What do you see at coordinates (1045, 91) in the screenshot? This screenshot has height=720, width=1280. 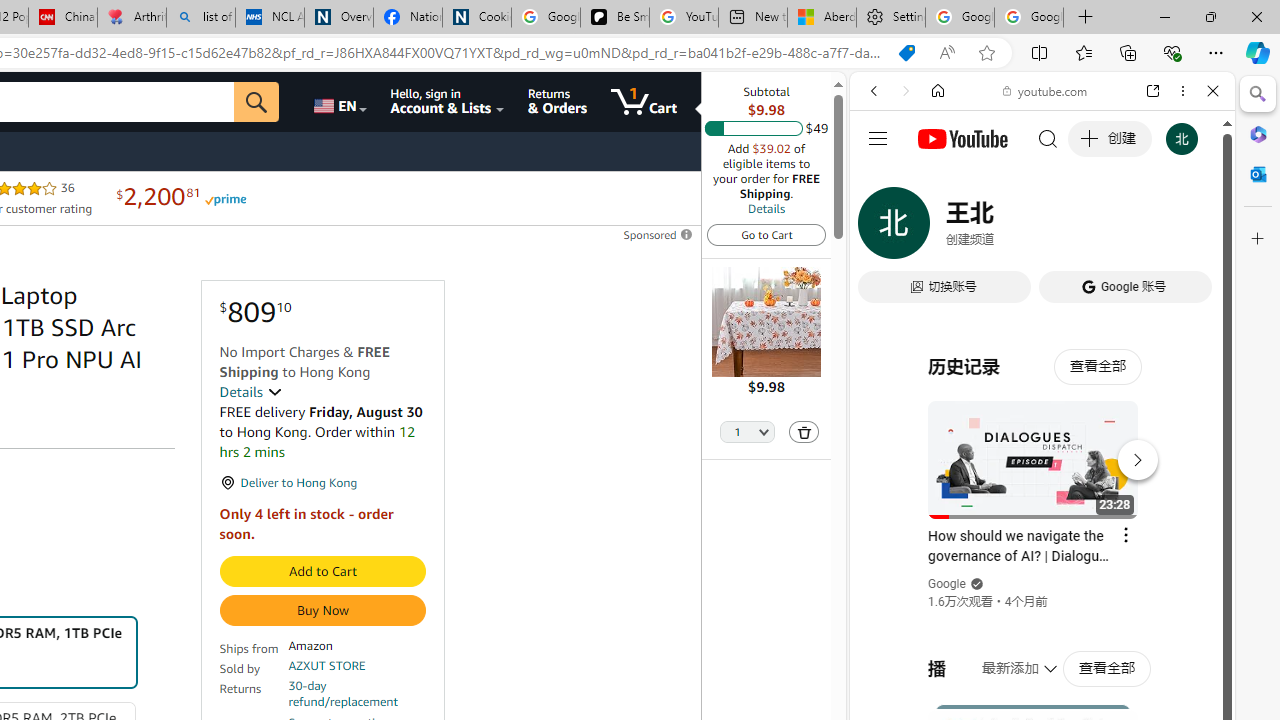 I see `'youtube.com'` at bounding box center [1045, 91].